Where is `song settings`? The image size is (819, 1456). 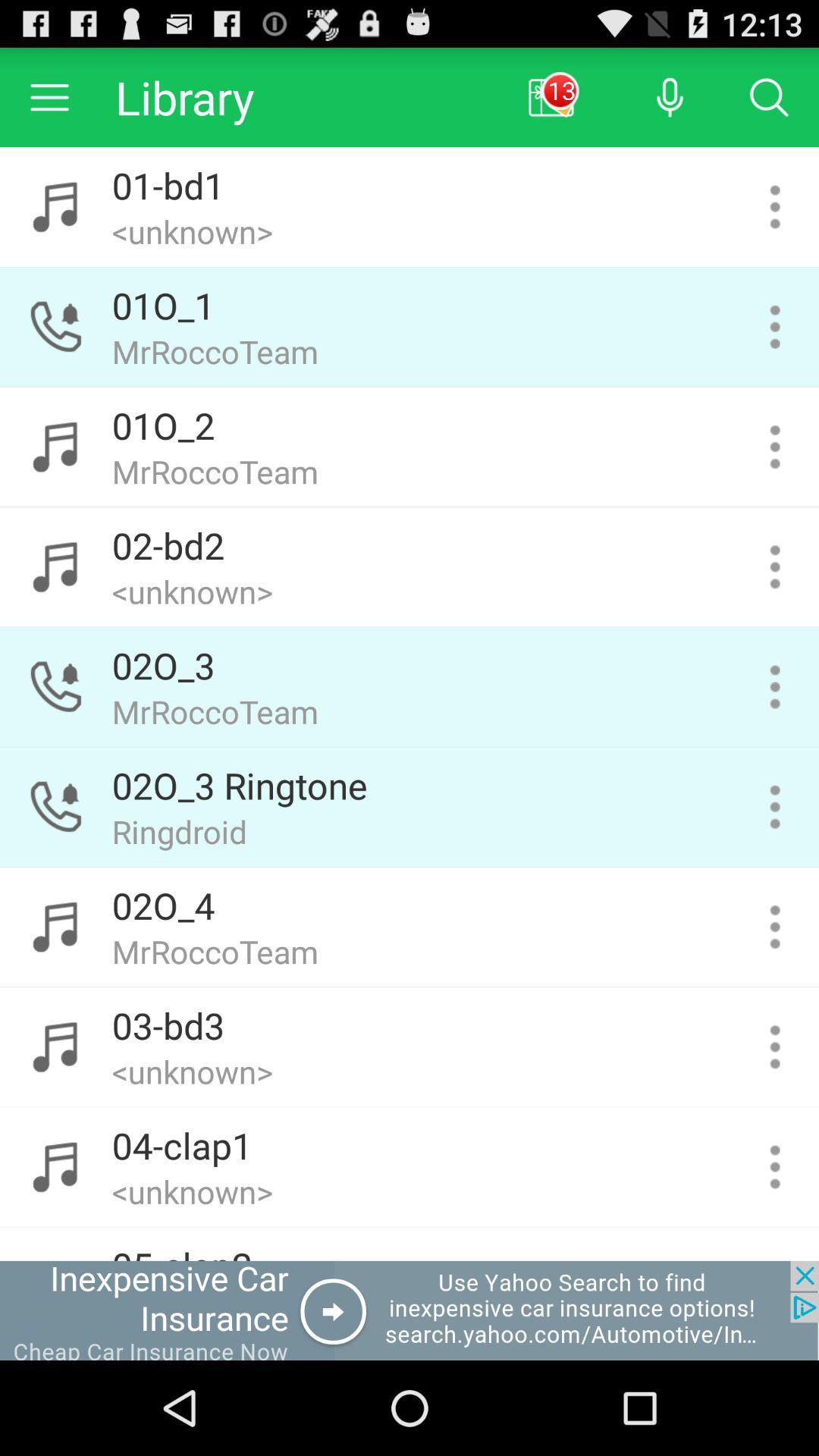 song settings is located at coordinates (775, 1046).